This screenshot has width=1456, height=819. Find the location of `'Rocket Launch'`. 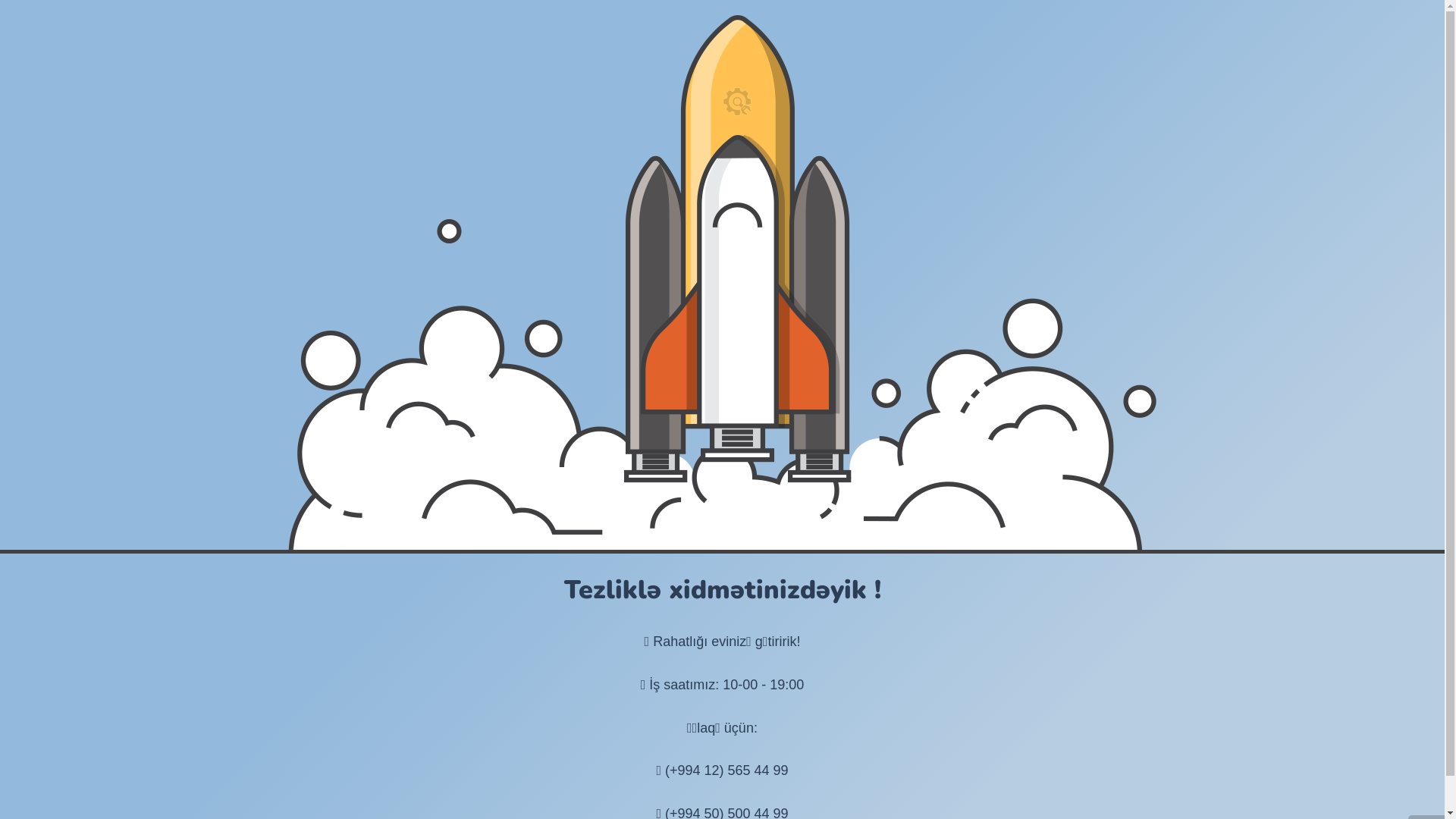

'Rocket Launch' is located at coordinates (721, 282).